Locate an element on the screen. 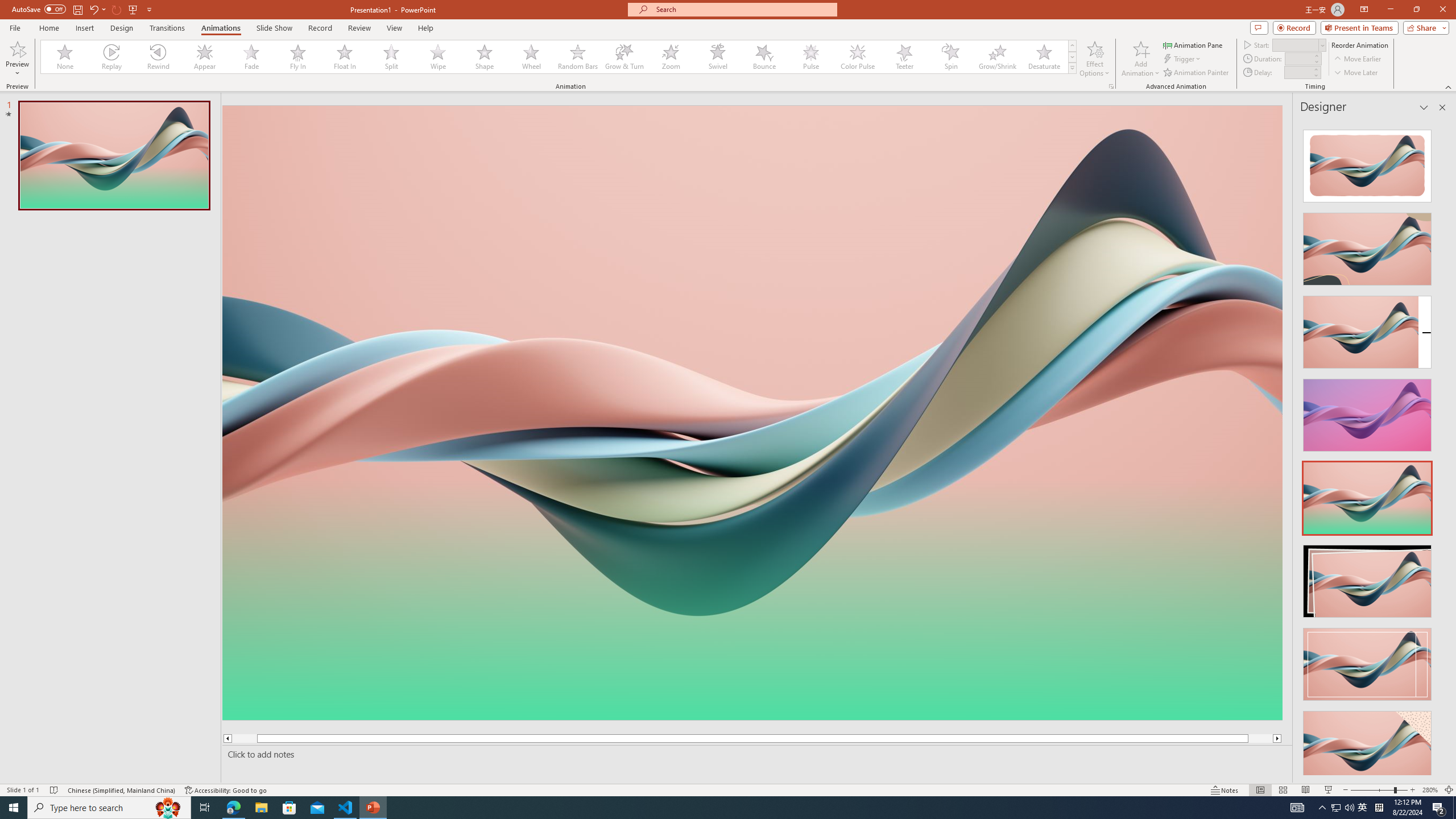 The height and width of the screenshot is (819, 1456). 'Replay' is located at coordinates (111, 56).